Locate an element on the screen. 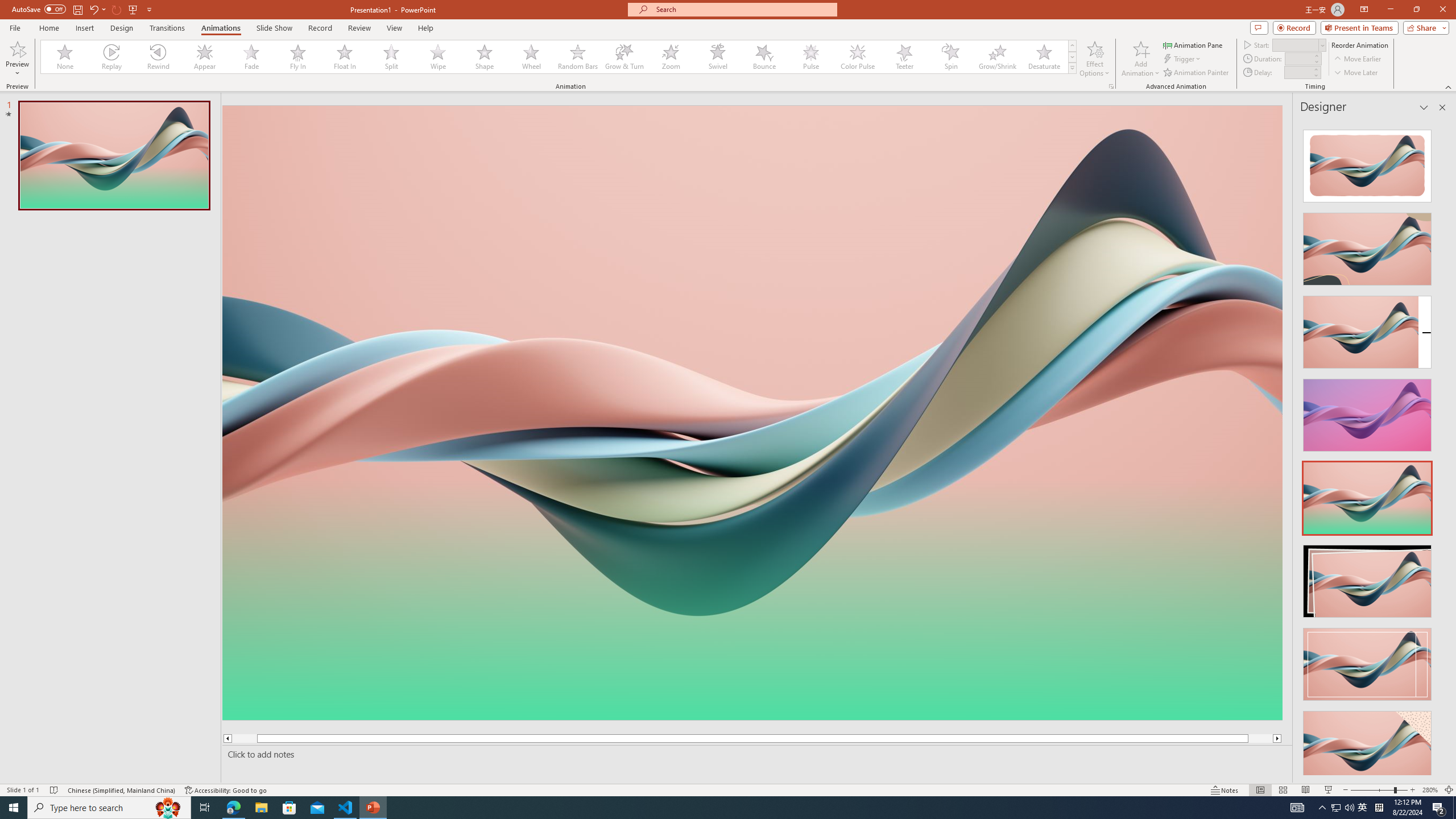 The height and width of the screenshot is (819, 1456). 'Replay' is located at coordinates (111, 56).